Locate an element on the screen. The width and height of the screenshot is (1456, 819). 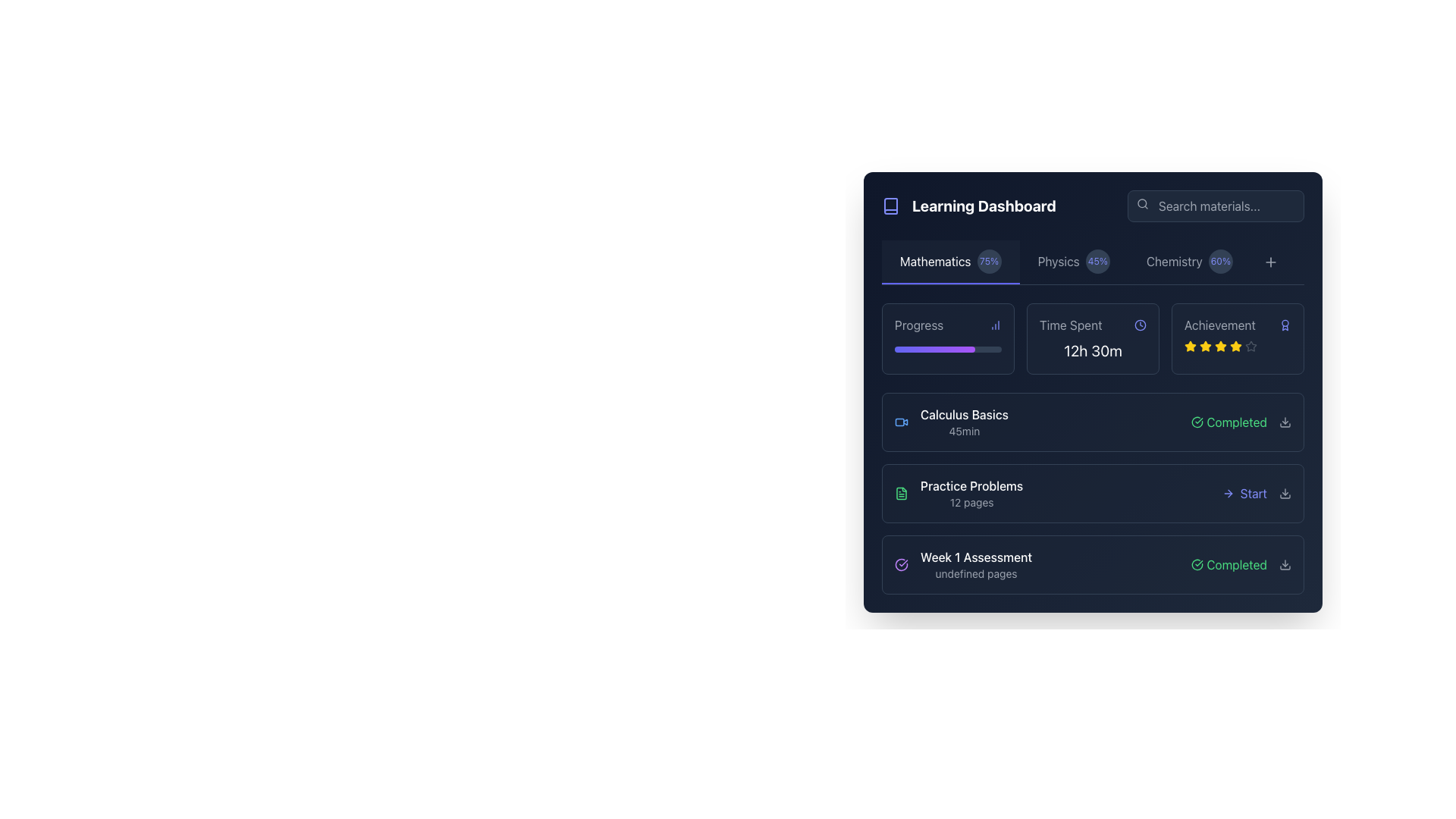
the text label displaying '12h 30m' that indicates the time spent, located on the right side within the 'Time Spent' area is located at coordinates (1093, 350).